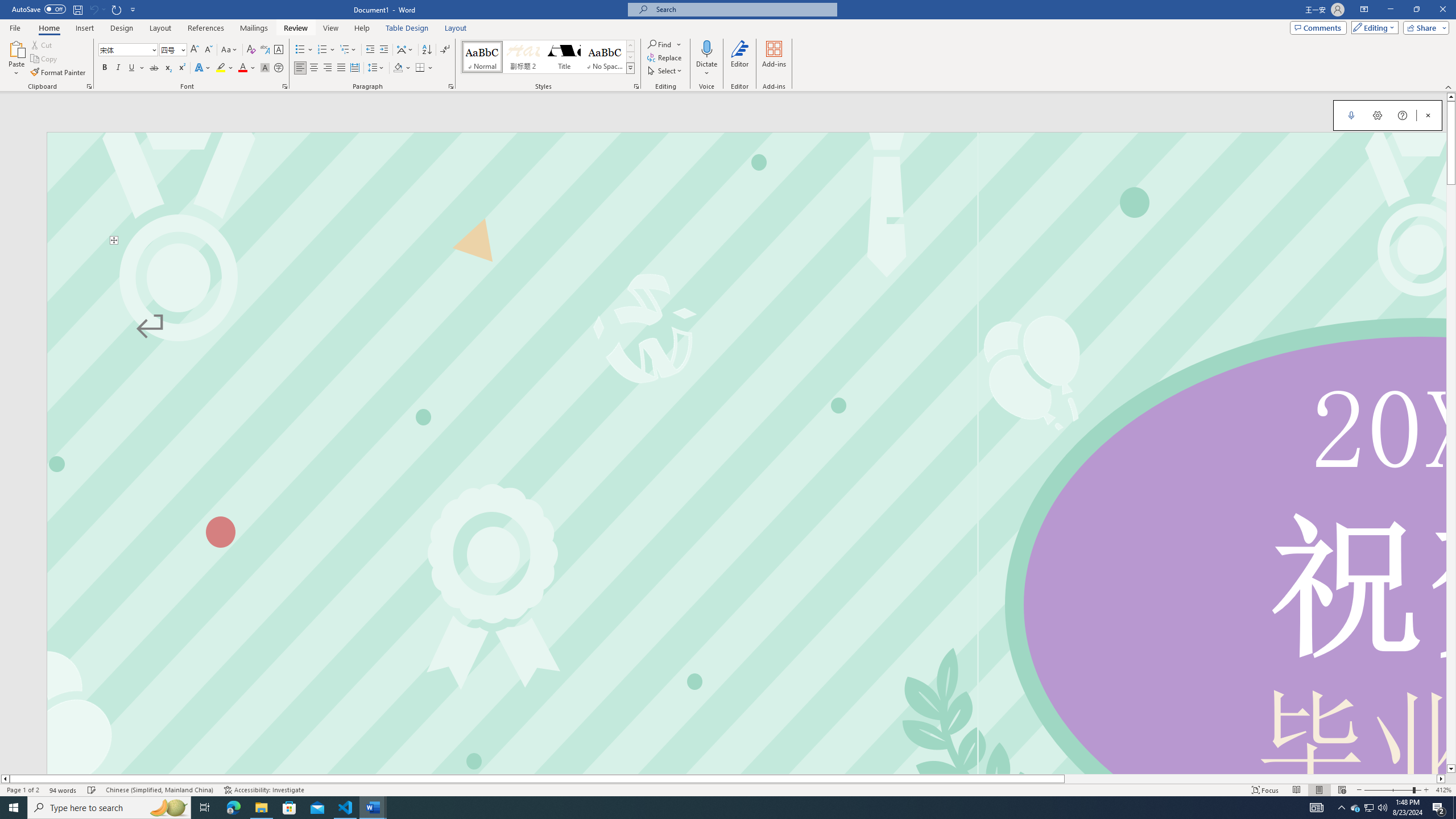 The image size is (1456, 819). What do you see at coordinates (278, 67) in the screenshot?
I see `'Enclose Characters...'` at bounding box center [278, 67].